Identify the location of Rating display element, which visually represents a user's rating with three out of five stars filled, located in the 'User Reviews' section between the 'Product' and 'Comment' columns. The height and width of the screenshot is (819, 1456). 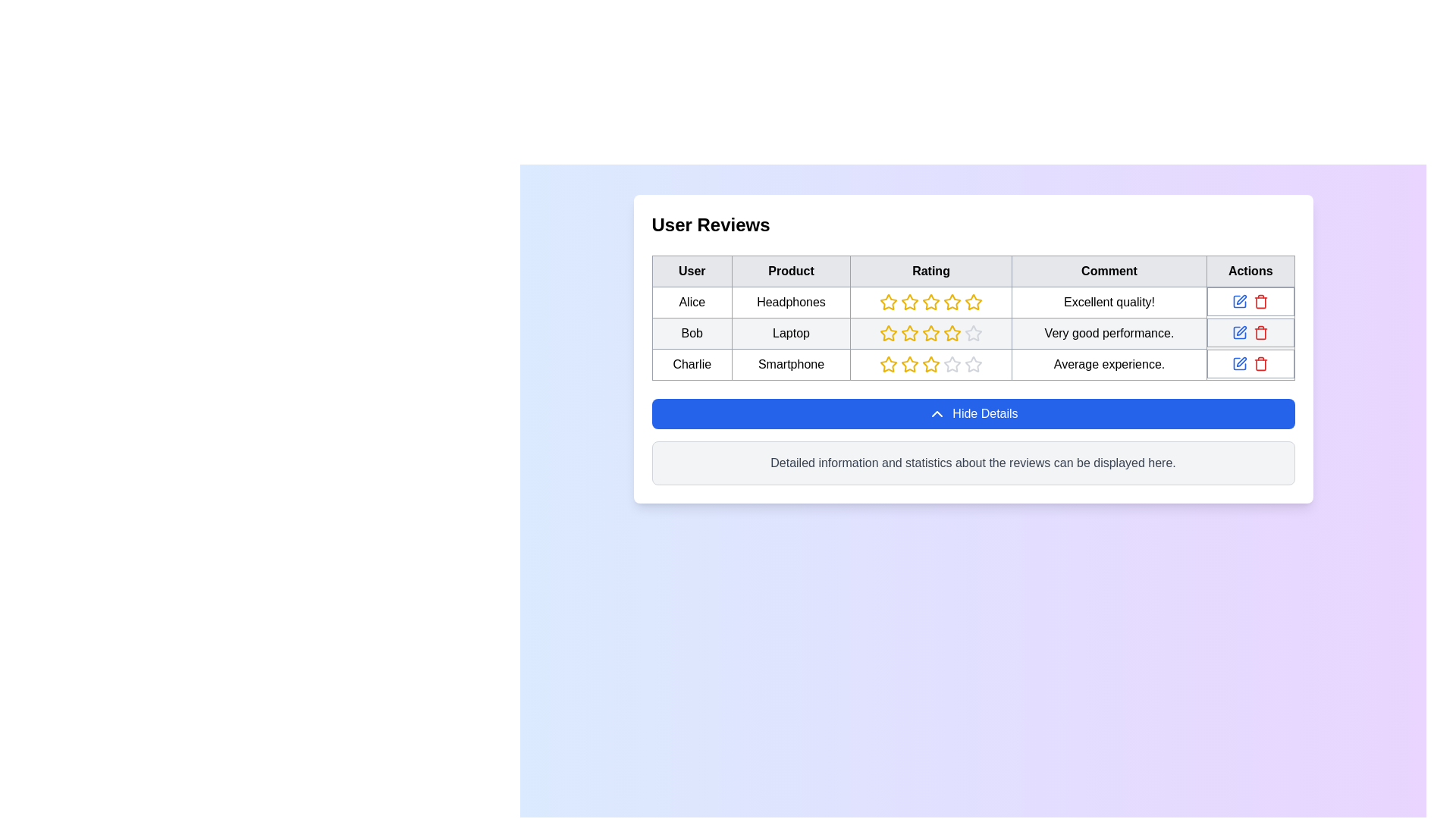
(930, 365).